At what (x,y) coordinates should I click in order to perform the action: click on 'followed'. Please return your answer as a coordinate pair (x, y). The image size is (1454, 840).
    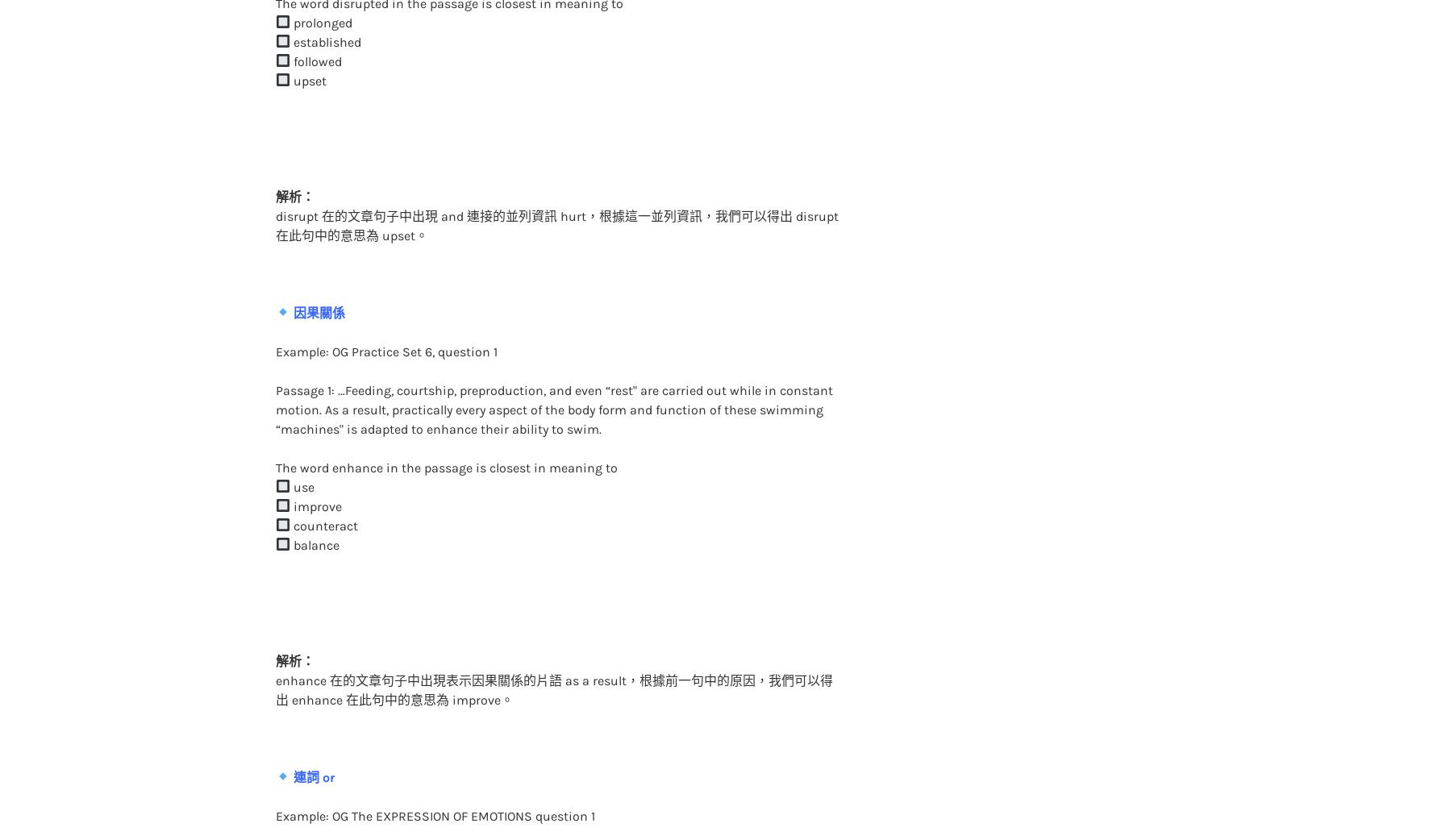
    Looking at the image, I should click on (315, 27).